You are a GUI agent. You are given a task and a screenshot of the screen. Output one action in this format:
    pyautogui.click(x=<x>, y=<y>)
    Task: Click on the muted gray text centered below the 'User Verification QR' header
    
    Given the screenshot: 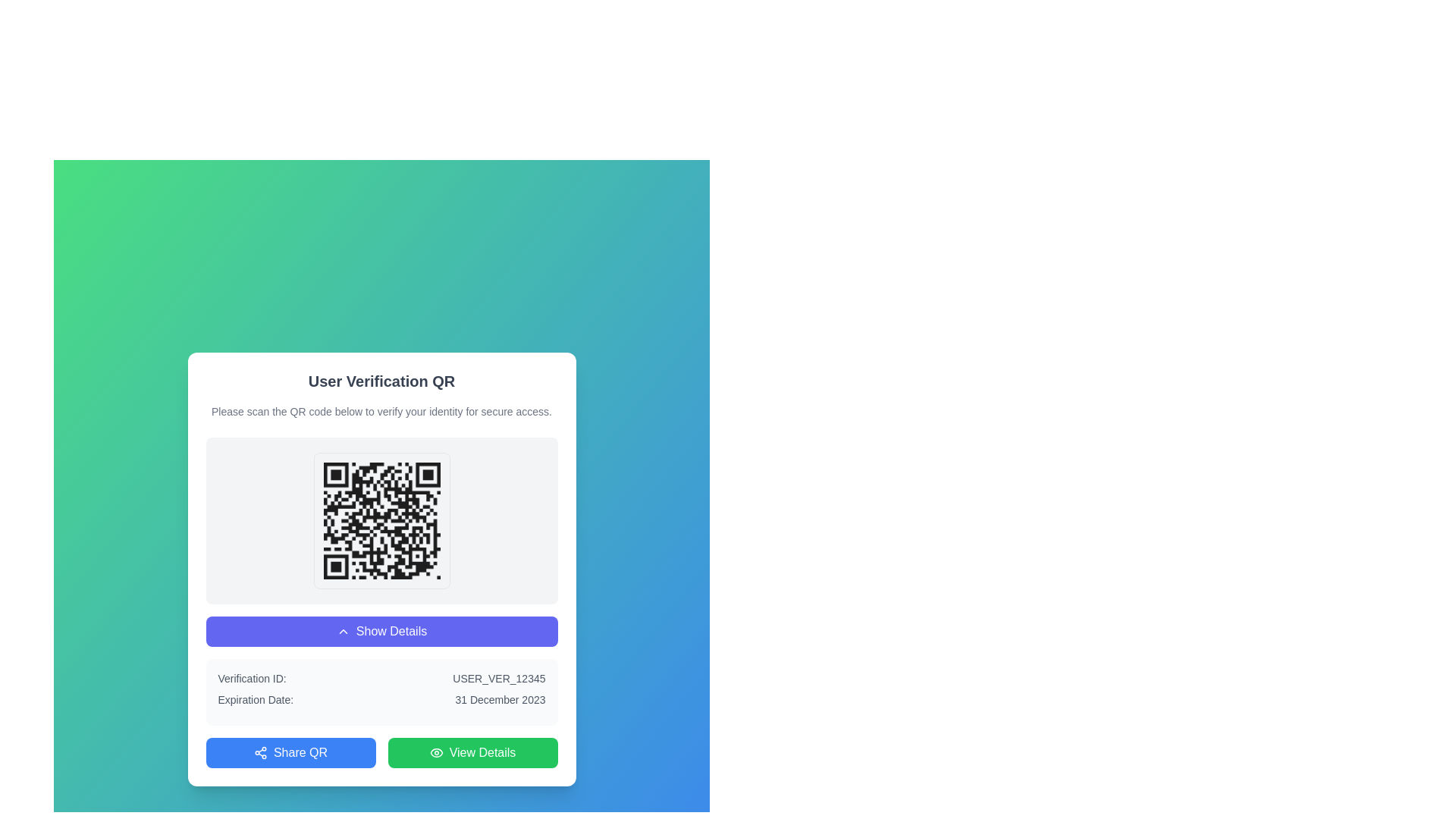 What is the action you would take?
    pyautogui.click(x=381, y=412)
    